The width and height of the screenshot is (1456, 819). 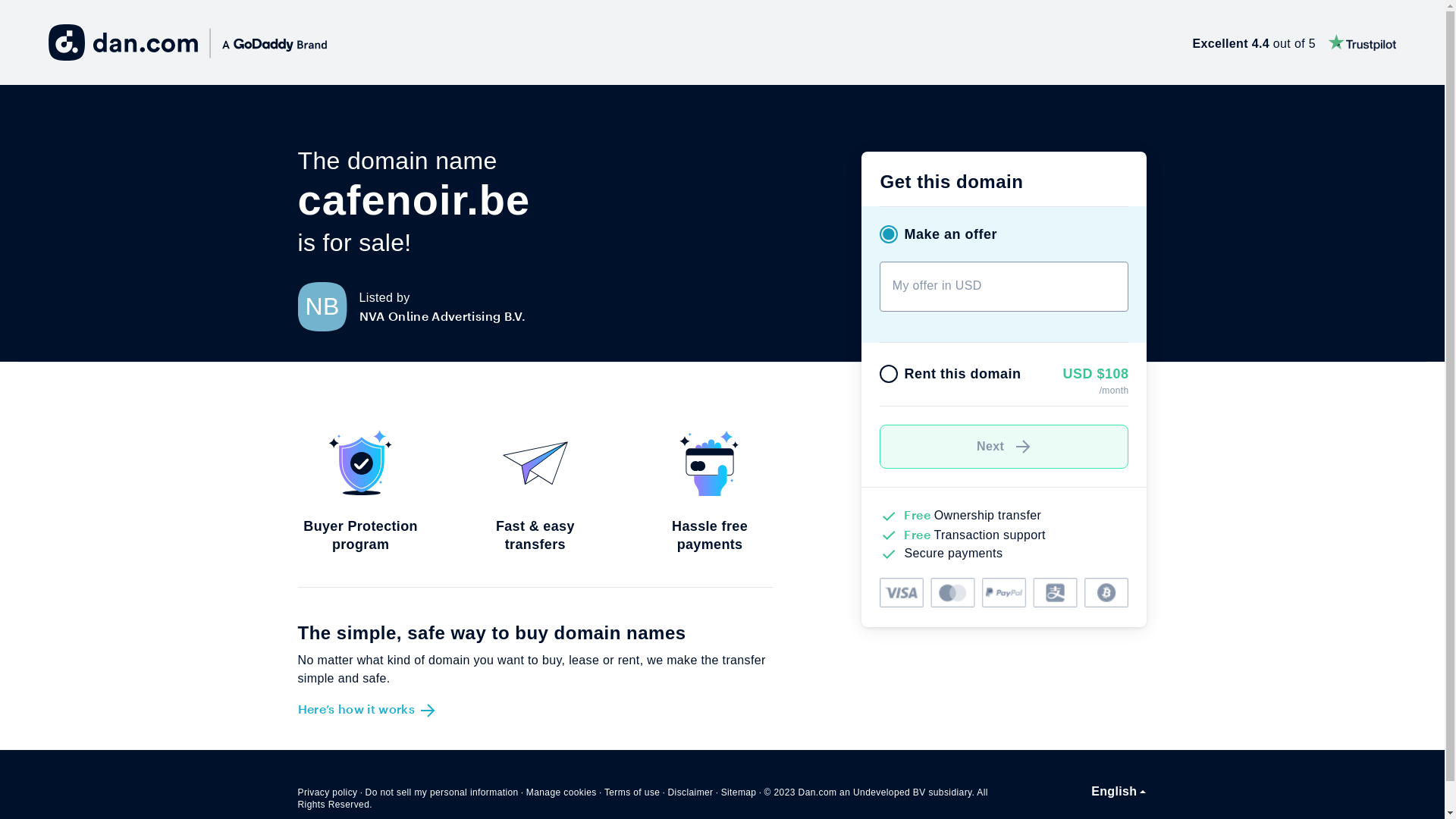 What do you see at coordinates (1004, 446) in the screenshot?
I see `'Next` at bounding box center [1004, 446].